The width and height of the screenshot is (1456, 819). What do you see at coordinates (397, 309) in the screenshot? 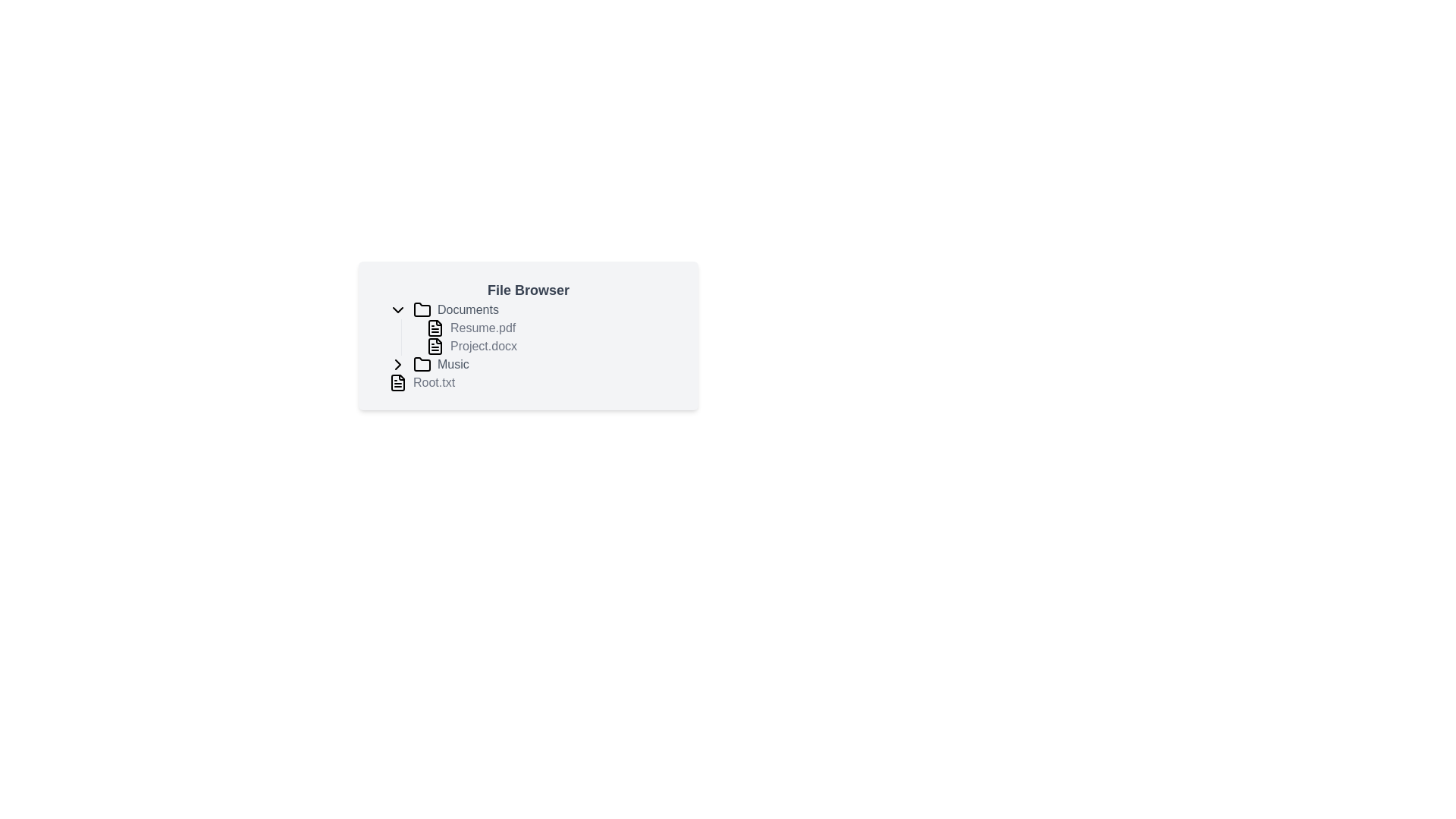
I see `the Chevron icon that serves as a collapsible toggle button for the 'Documents' folder` at bounding box center [397, 309].